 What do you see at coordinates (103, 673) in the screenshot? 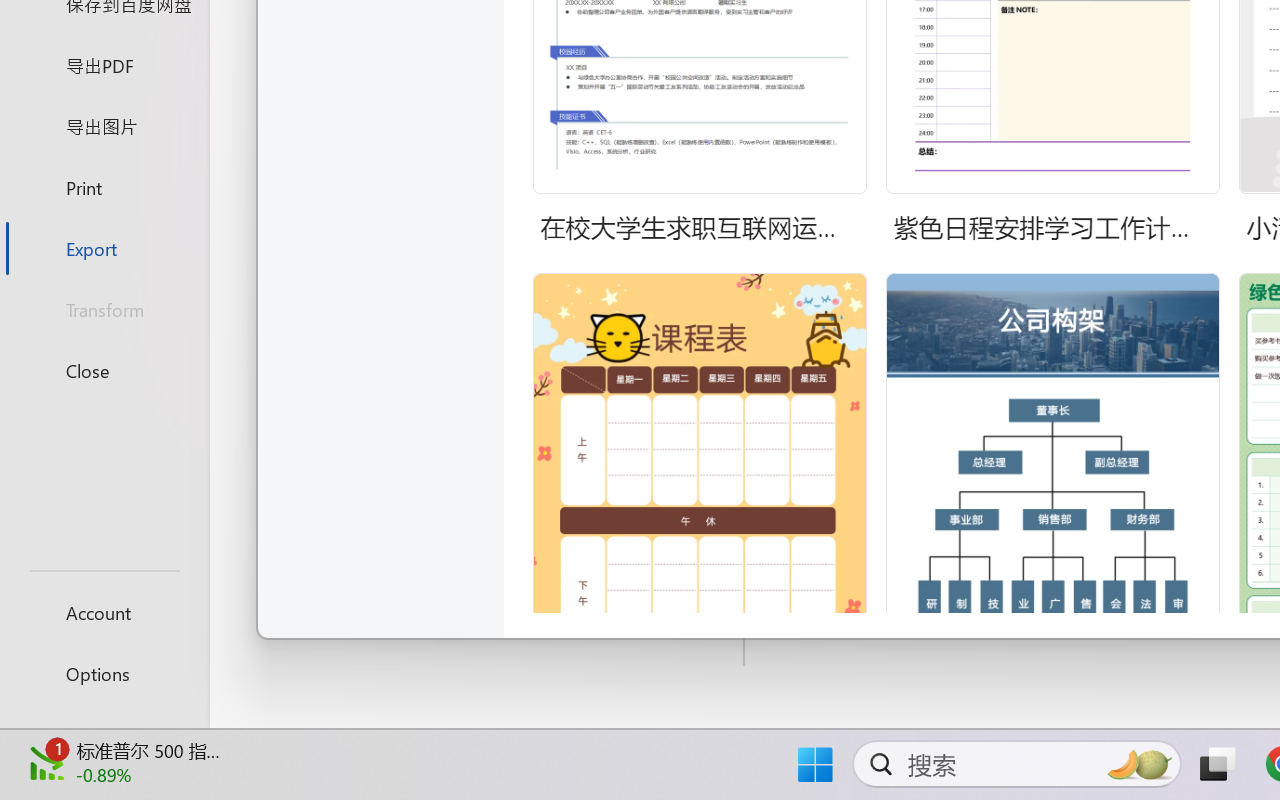
I see `'Options'` at bounding box center [103, 673].